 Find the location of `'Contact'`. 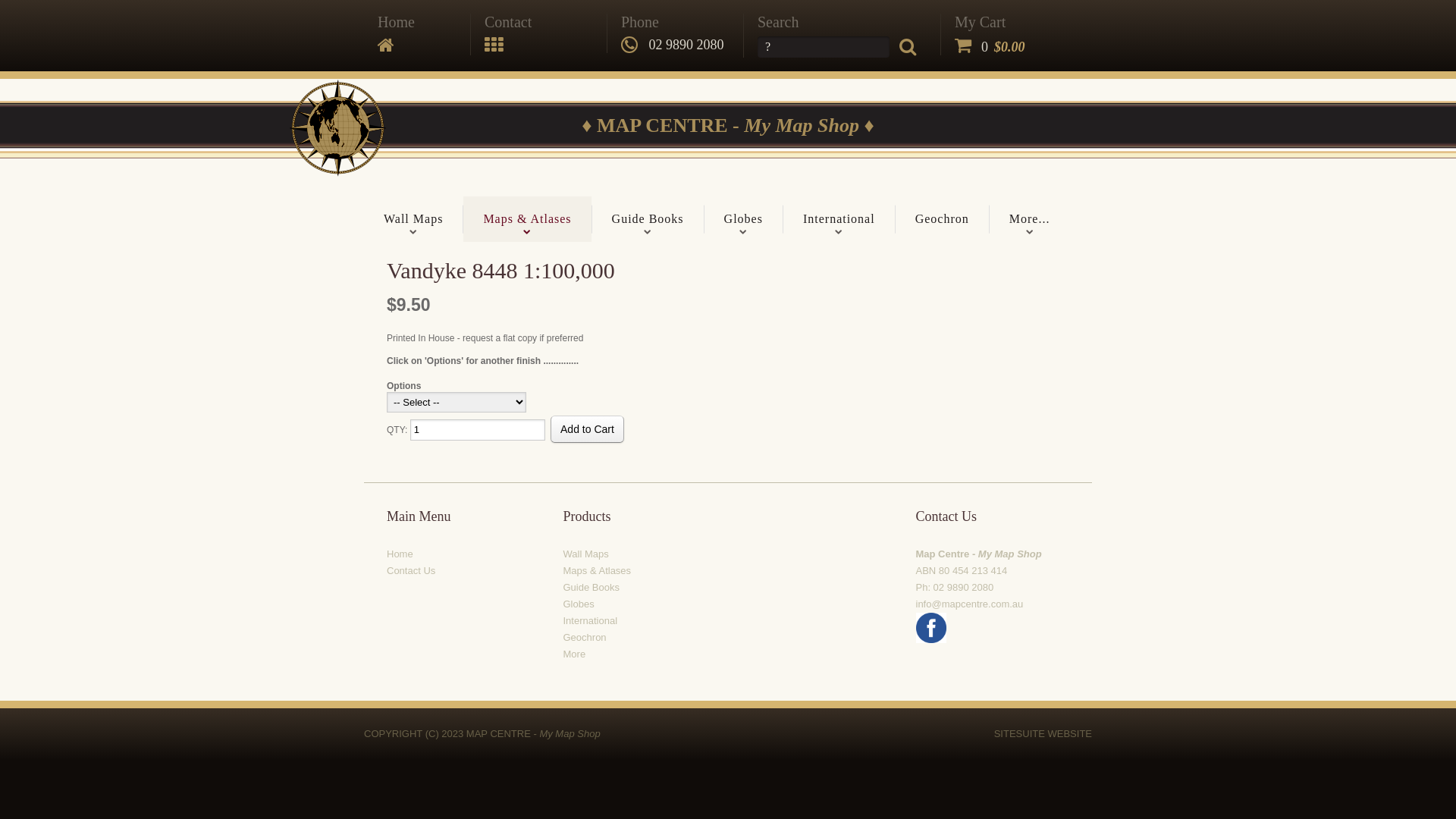

'Contact' is located at coordinates (508, 22).